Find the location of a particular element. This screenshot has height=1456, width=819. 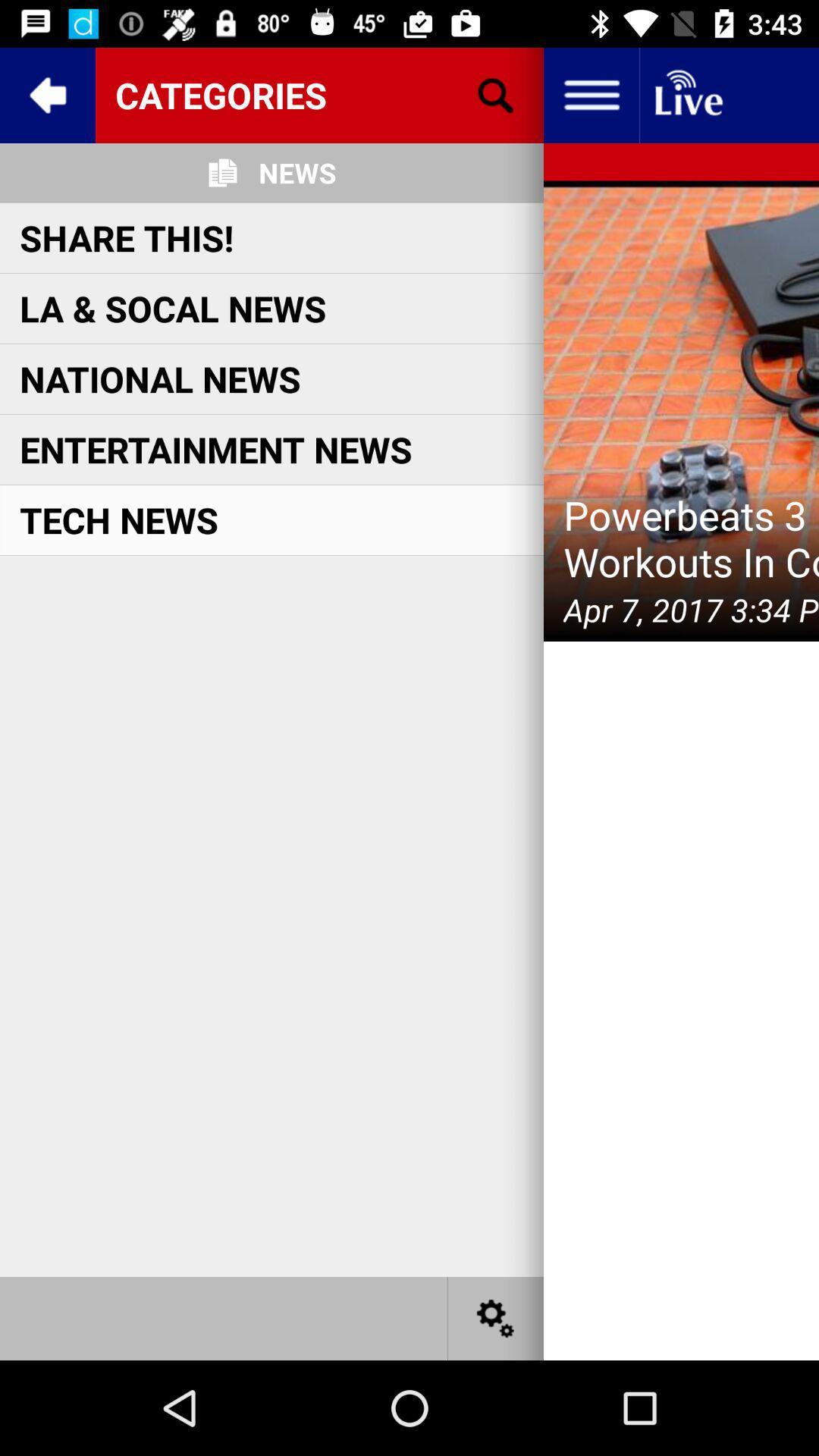

the item on the left is located at coordinates (118, 519).